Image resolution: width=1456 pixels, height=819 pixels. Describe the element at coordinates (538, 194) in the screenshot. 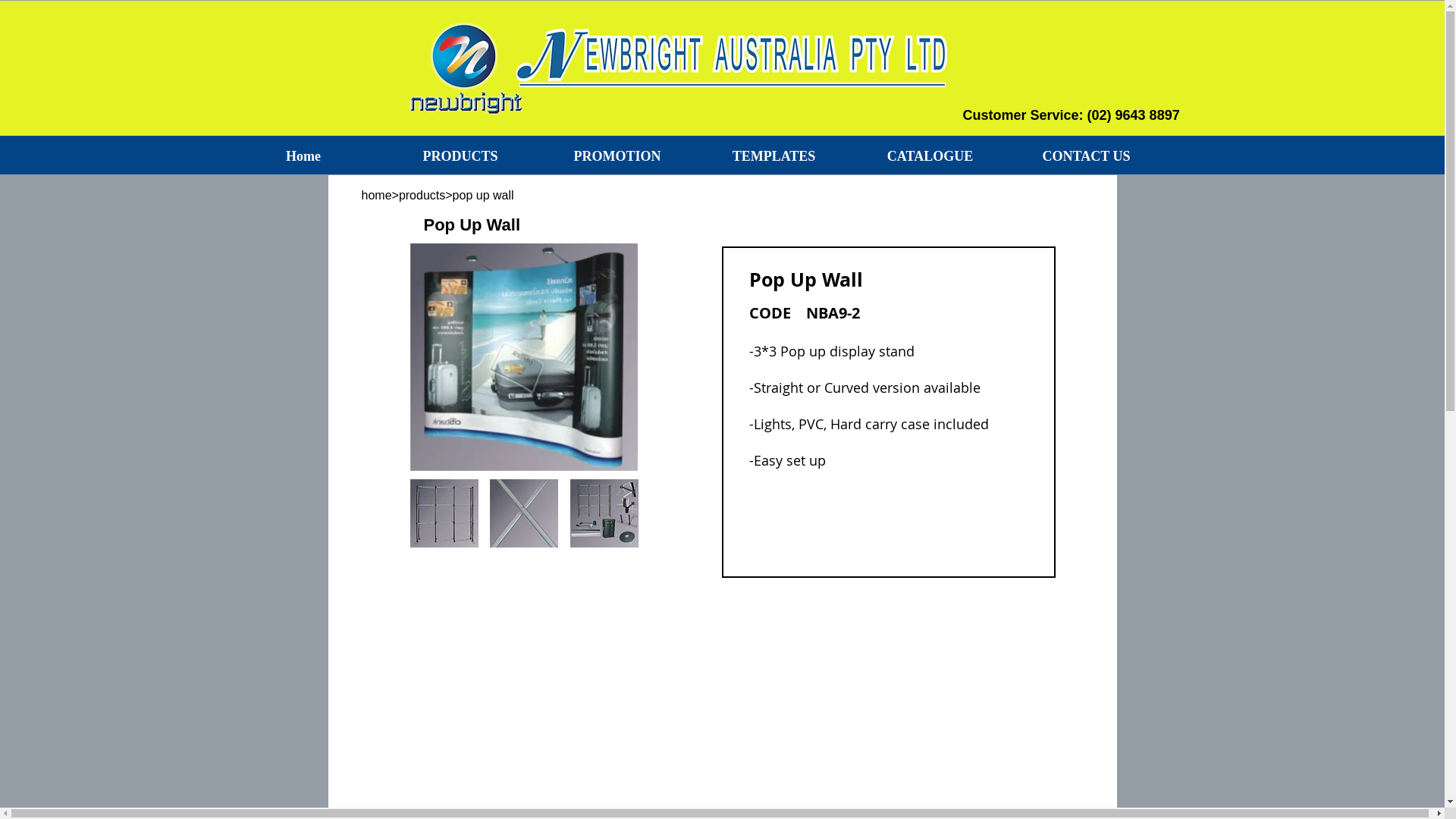

I see `'pop up wall                                 '` at that location.